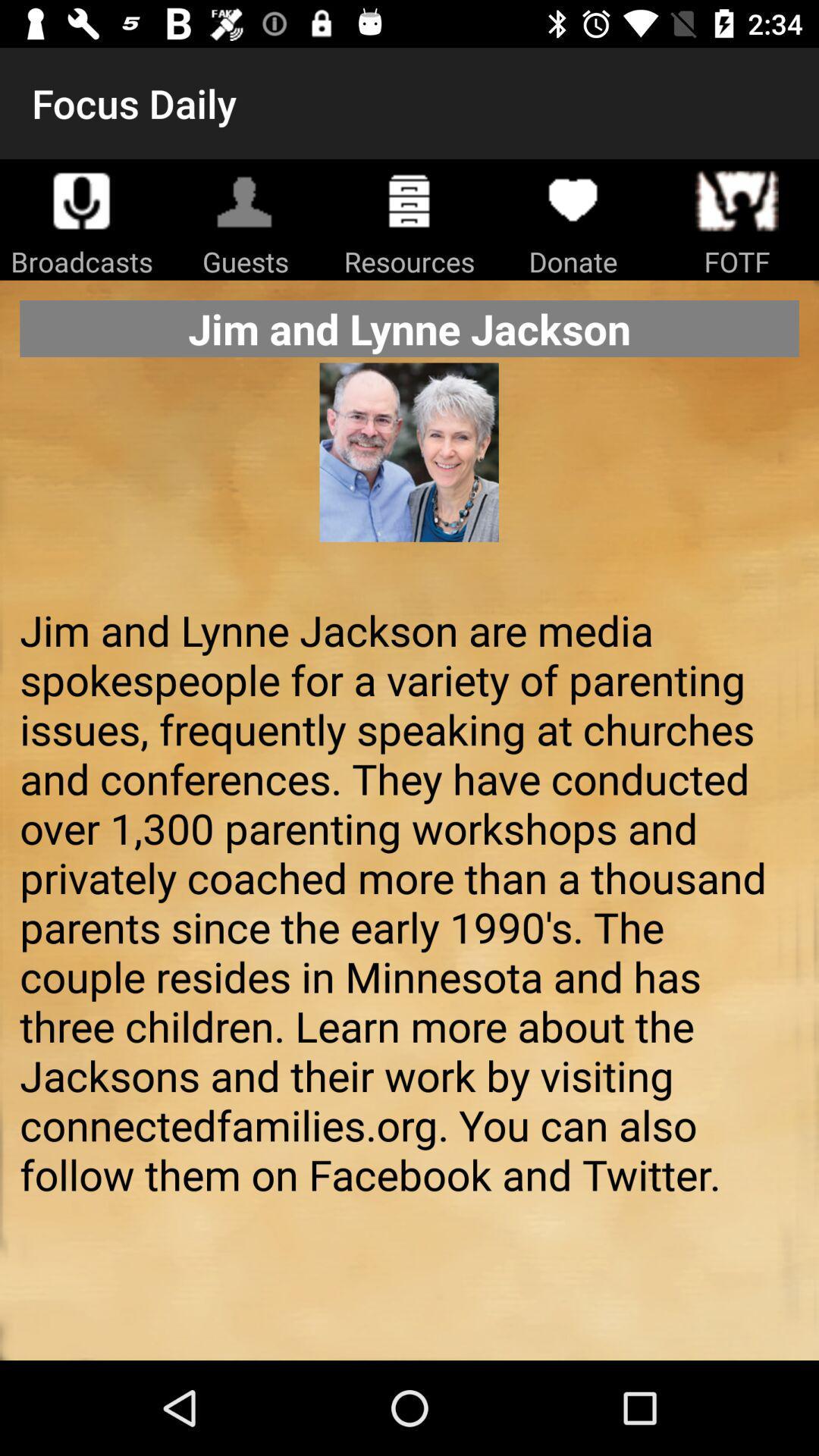 This screenshot has width=819, height=1456. Describe the element at coordinates (82, 199) in the screenshot. I see `the icon left to icon guests` at that location.